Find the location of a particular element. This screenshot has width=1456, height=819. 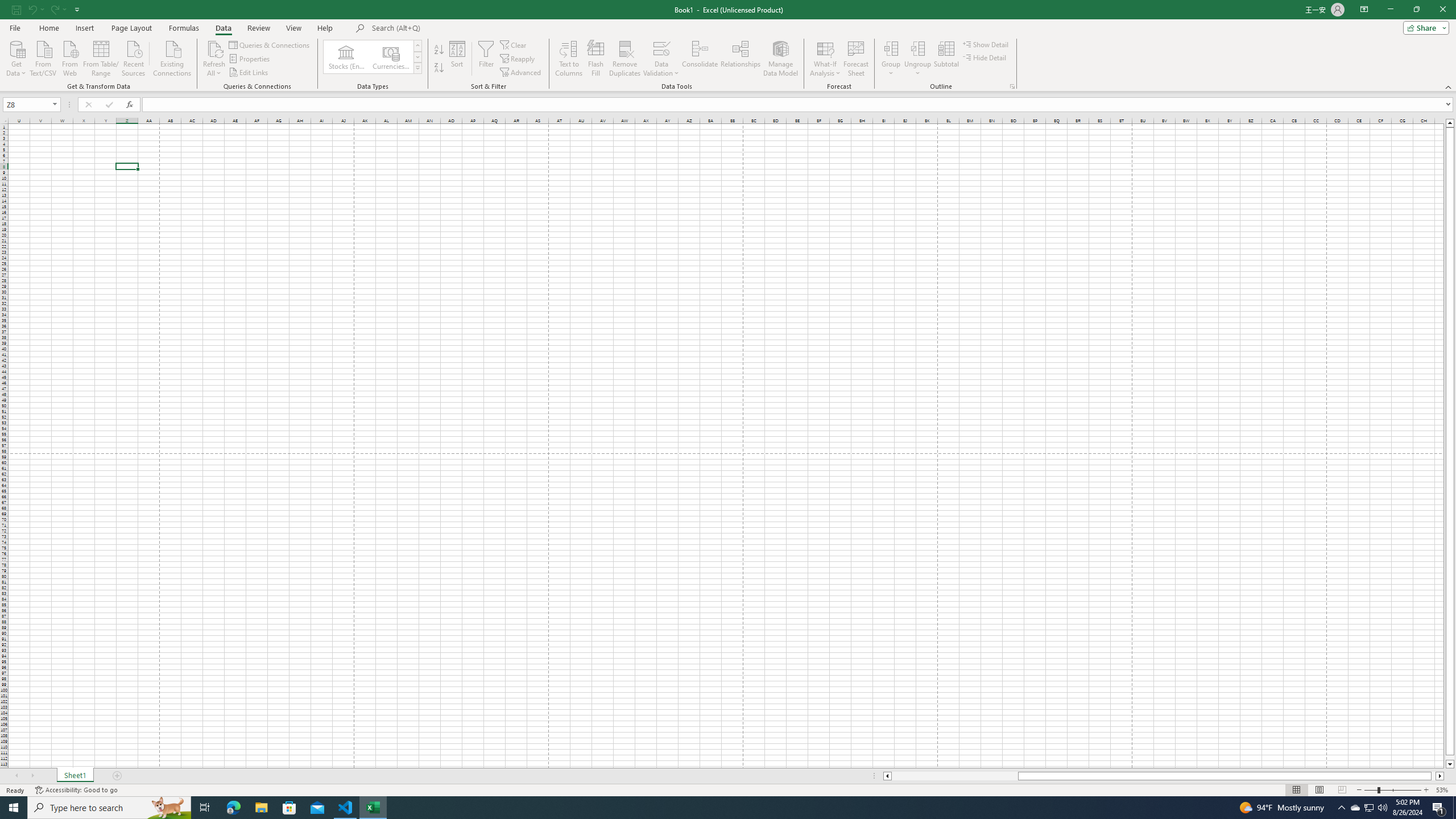

'Page down' is located at coordinates (1449, 758).